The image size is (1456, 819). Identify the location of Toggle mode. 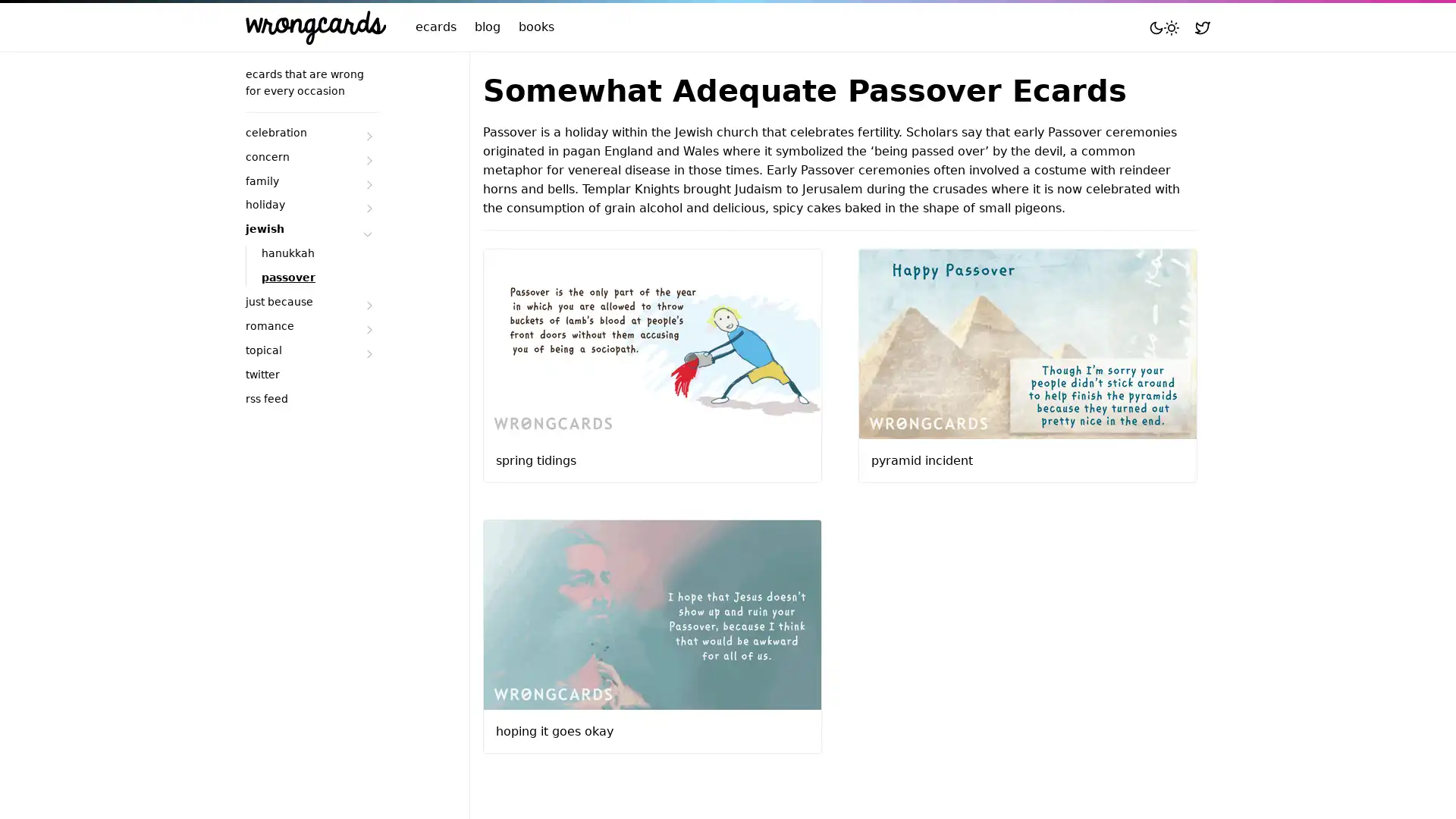
(1163, 27).